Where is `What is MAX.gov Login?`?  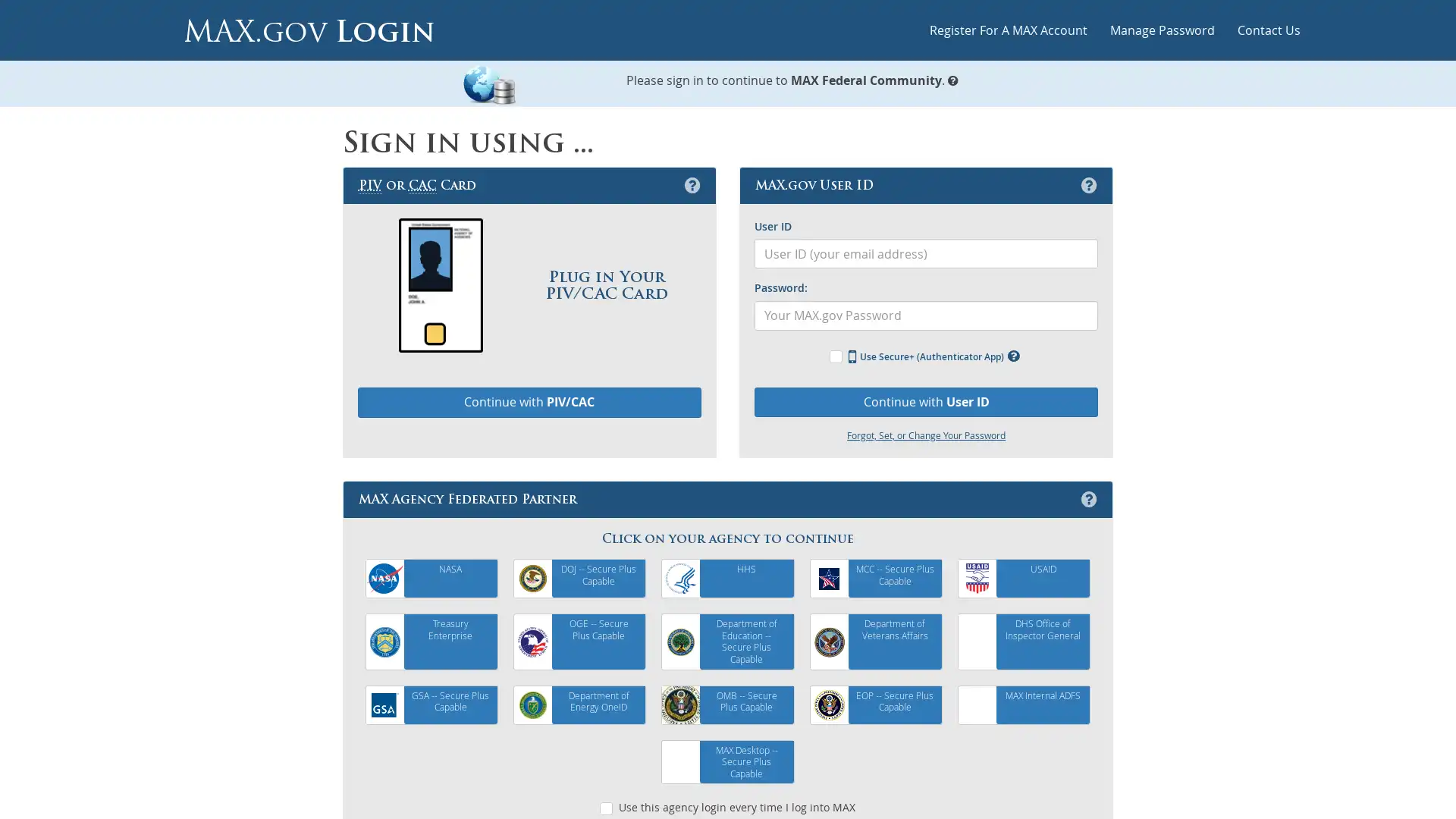 What is MAX.gov Login? is located at coordinates (952, 79).